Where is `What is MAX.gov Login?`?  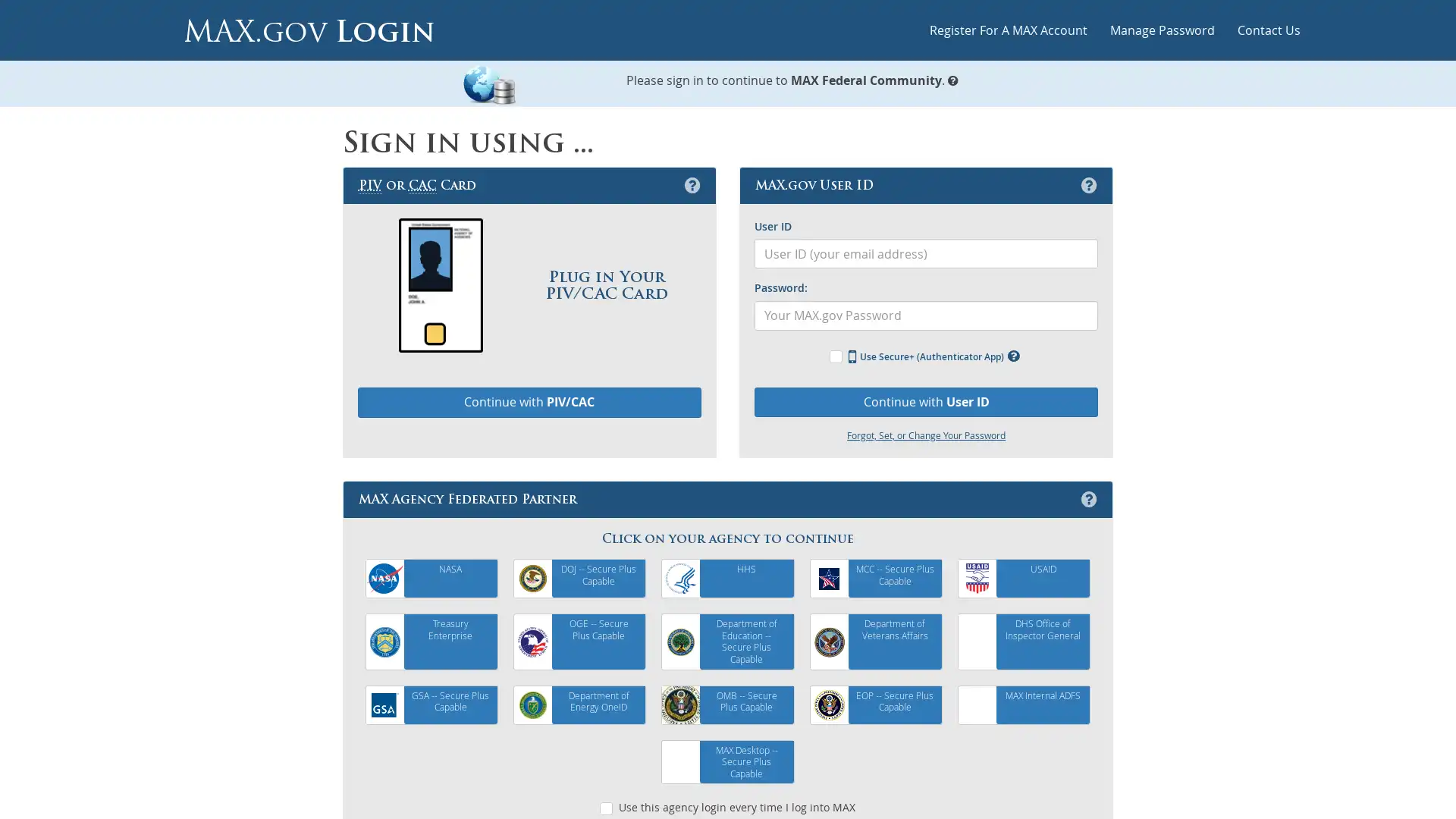 What is MAX.gov Login? is located at coordinates (952, 79).